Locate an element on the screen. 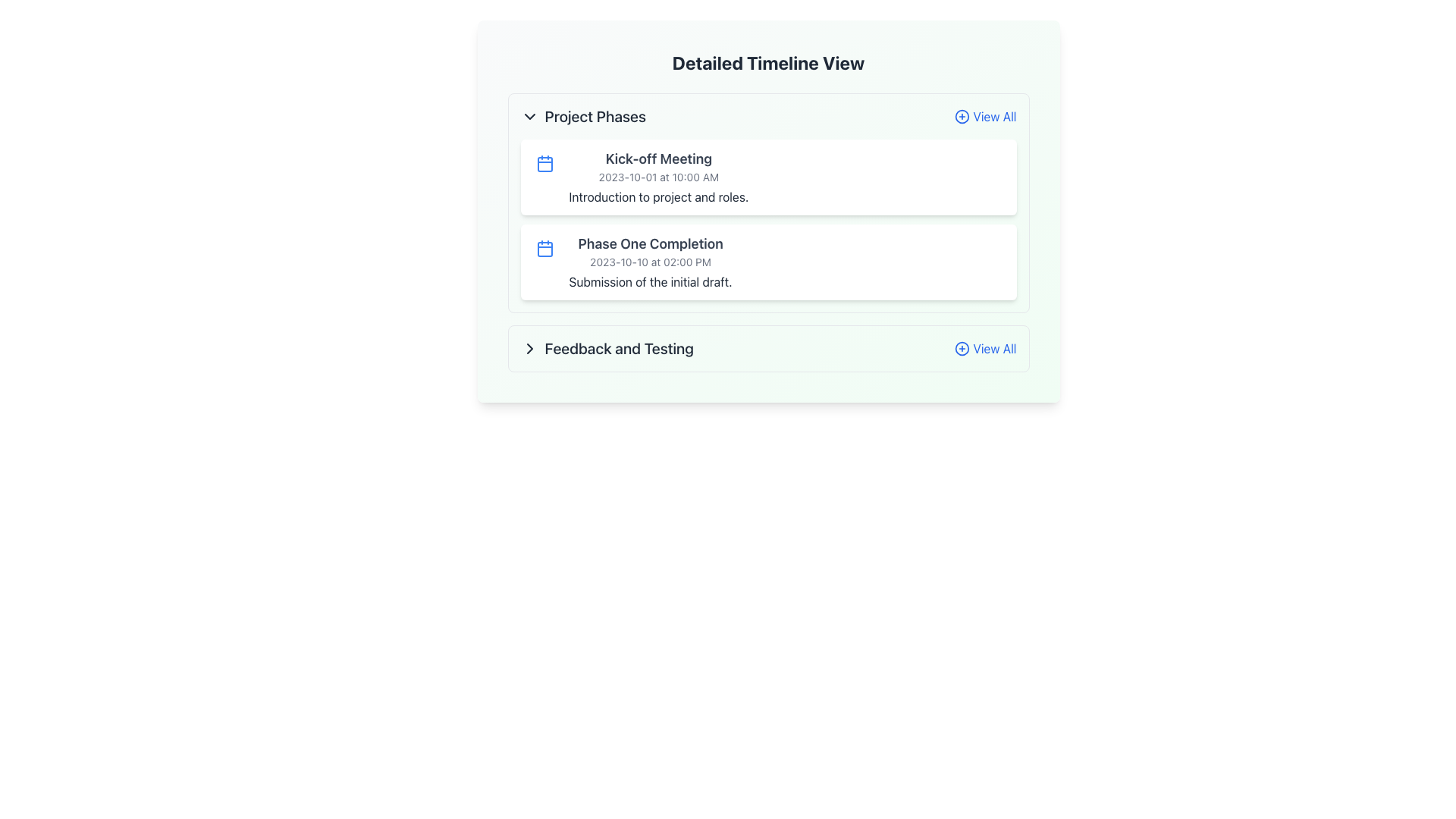 Image resolution: width=1456 pixels, height=819 pixels. contents of the static informational block about 'Phase One Completion', which is the second item under 'Project Phases' and provides details about its timeline and description is located at coordinates (651, 262).